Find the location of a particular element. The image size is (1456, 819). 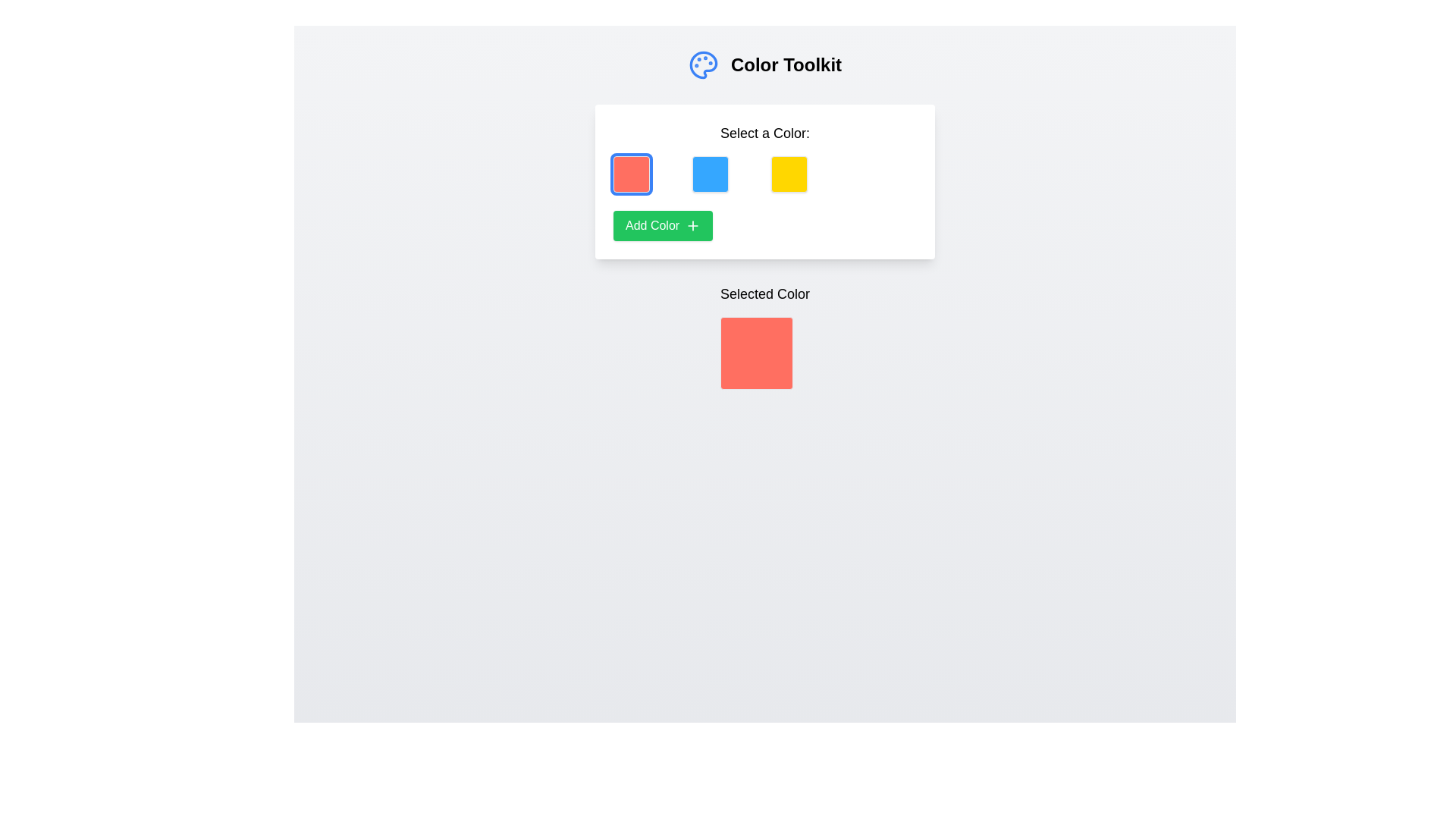

the blue color selection tile, which is the second button in a horizontal grid of four buttons is located at coordinates (709, 174).